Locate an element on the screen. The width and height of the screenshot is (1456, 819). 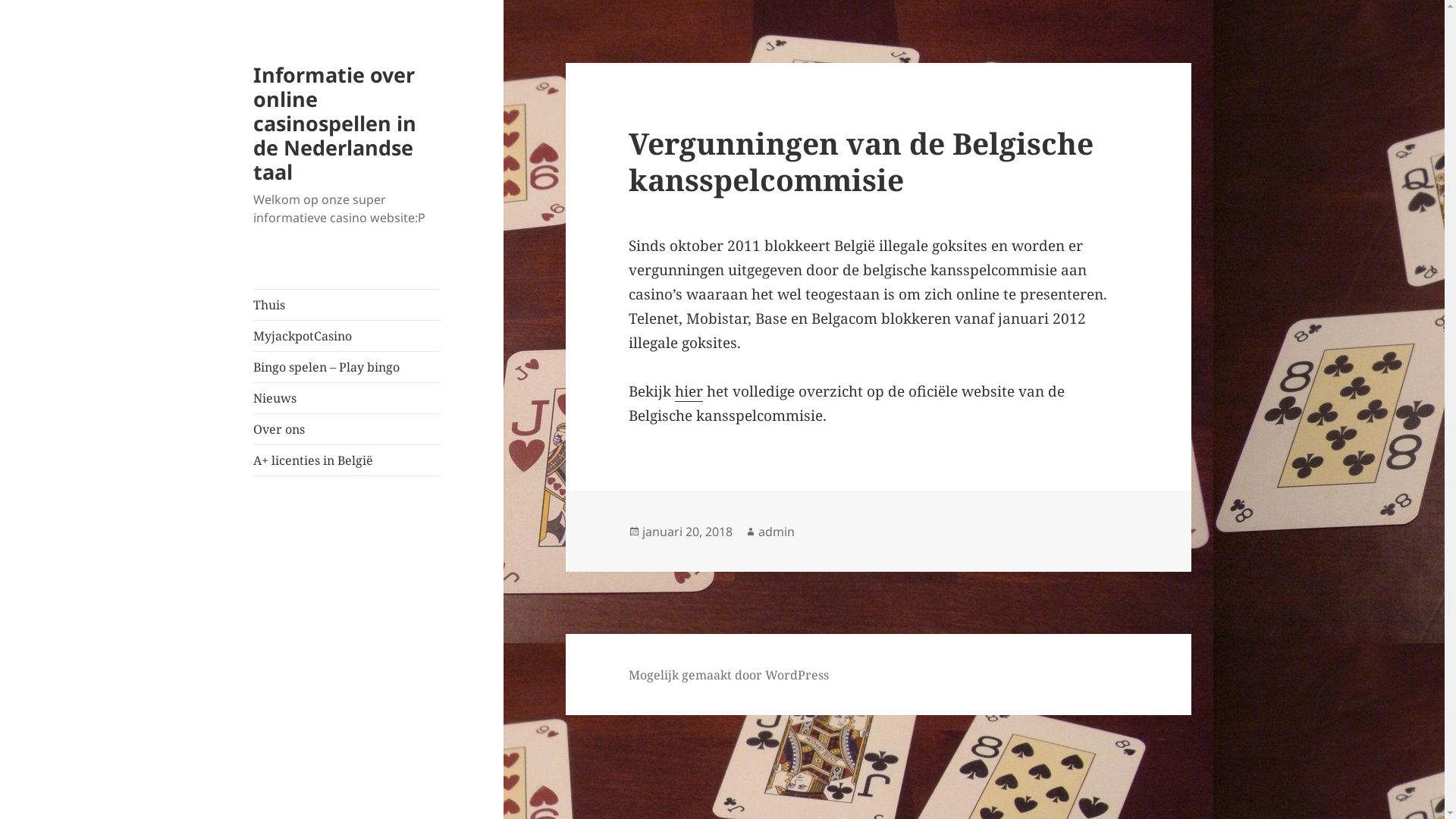
'Thuis' is located at coordinates (346, 304).